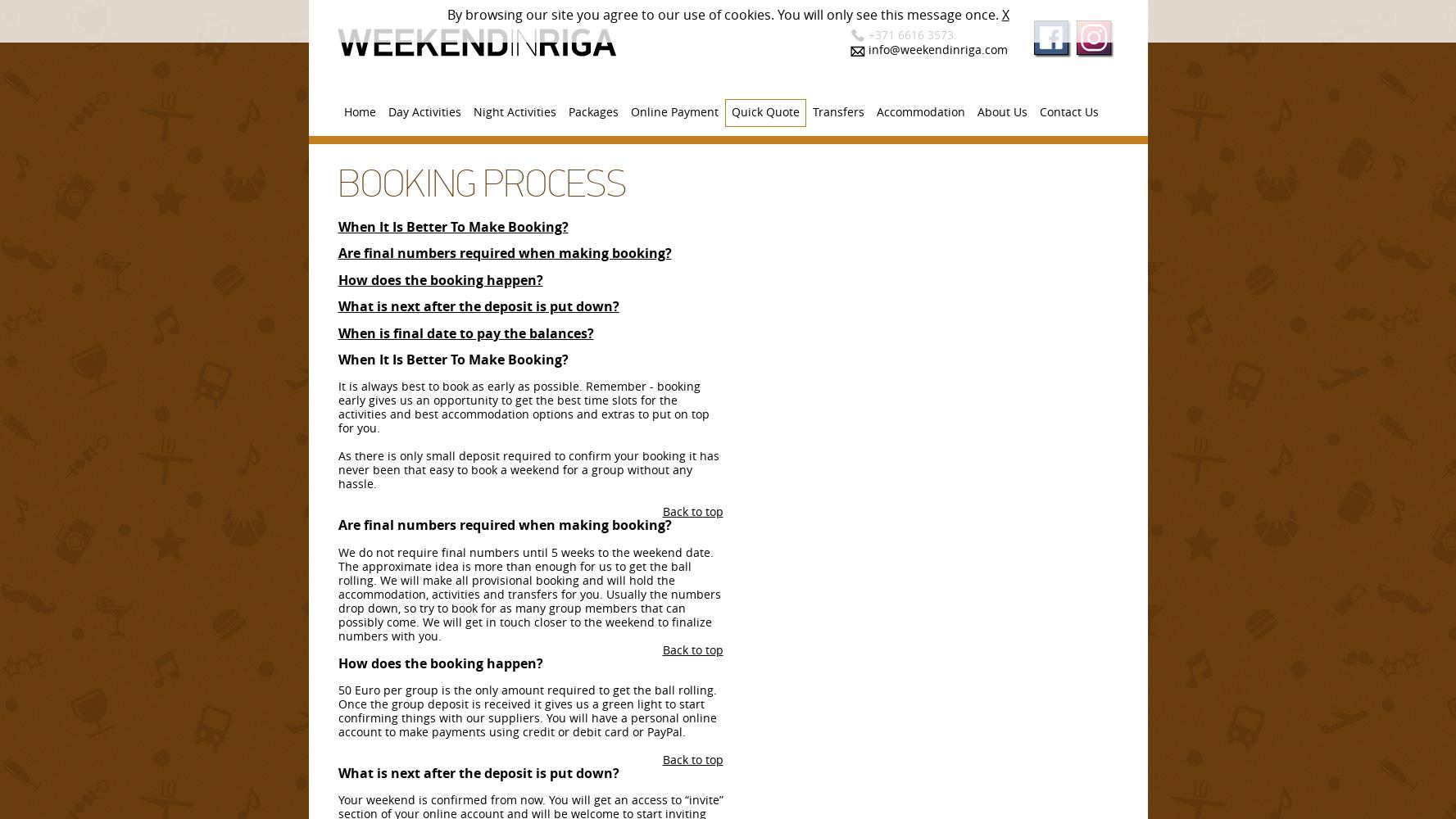 The width and height of the screenshot is (1456, 819). I want to click on 'Booking Process', so click(337, 183).